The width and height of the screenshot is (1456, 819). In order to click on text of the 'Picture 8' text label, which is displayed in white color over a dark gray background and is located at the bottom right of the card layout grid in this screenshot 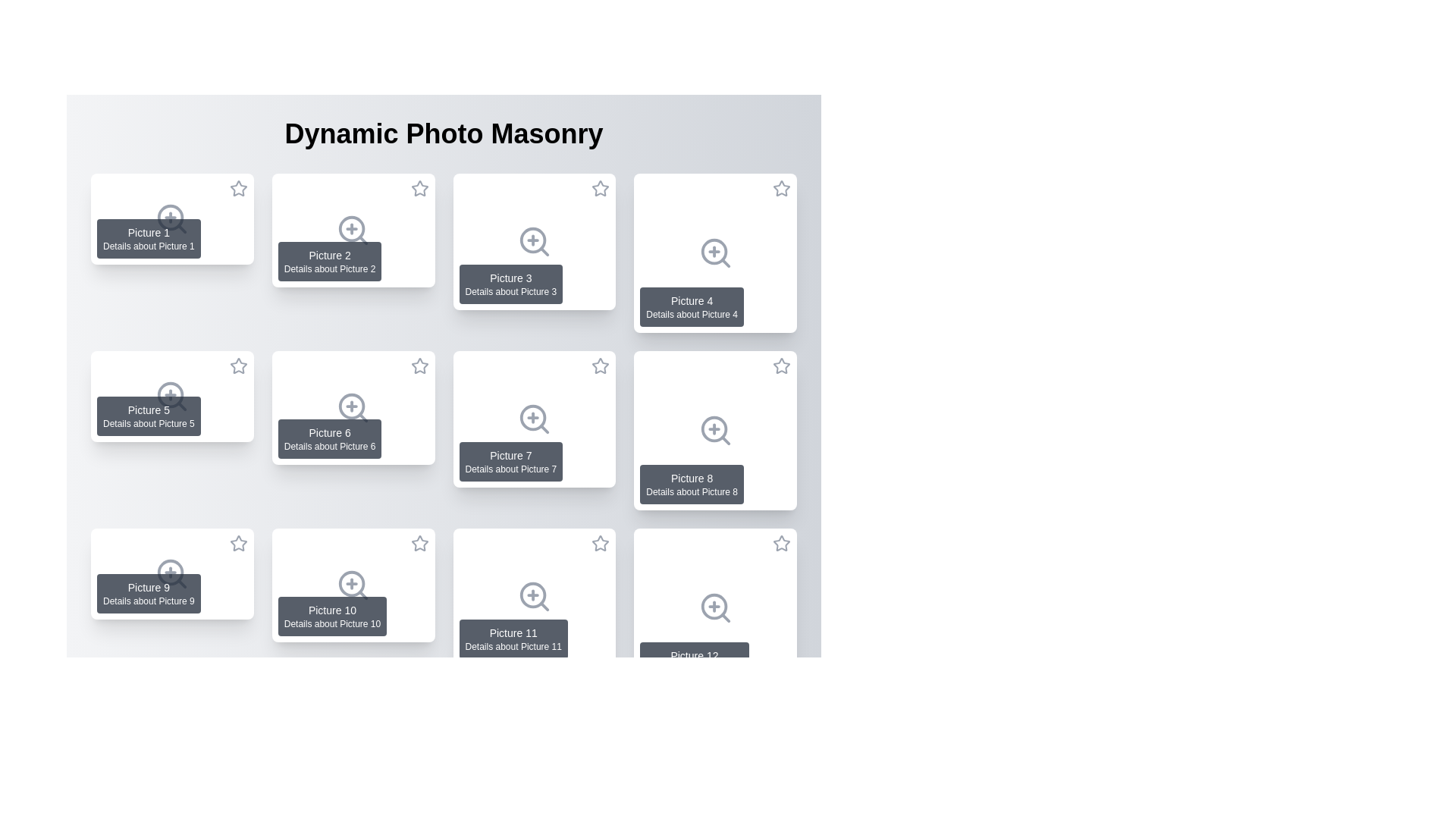, I will do `click(691, 479)`.